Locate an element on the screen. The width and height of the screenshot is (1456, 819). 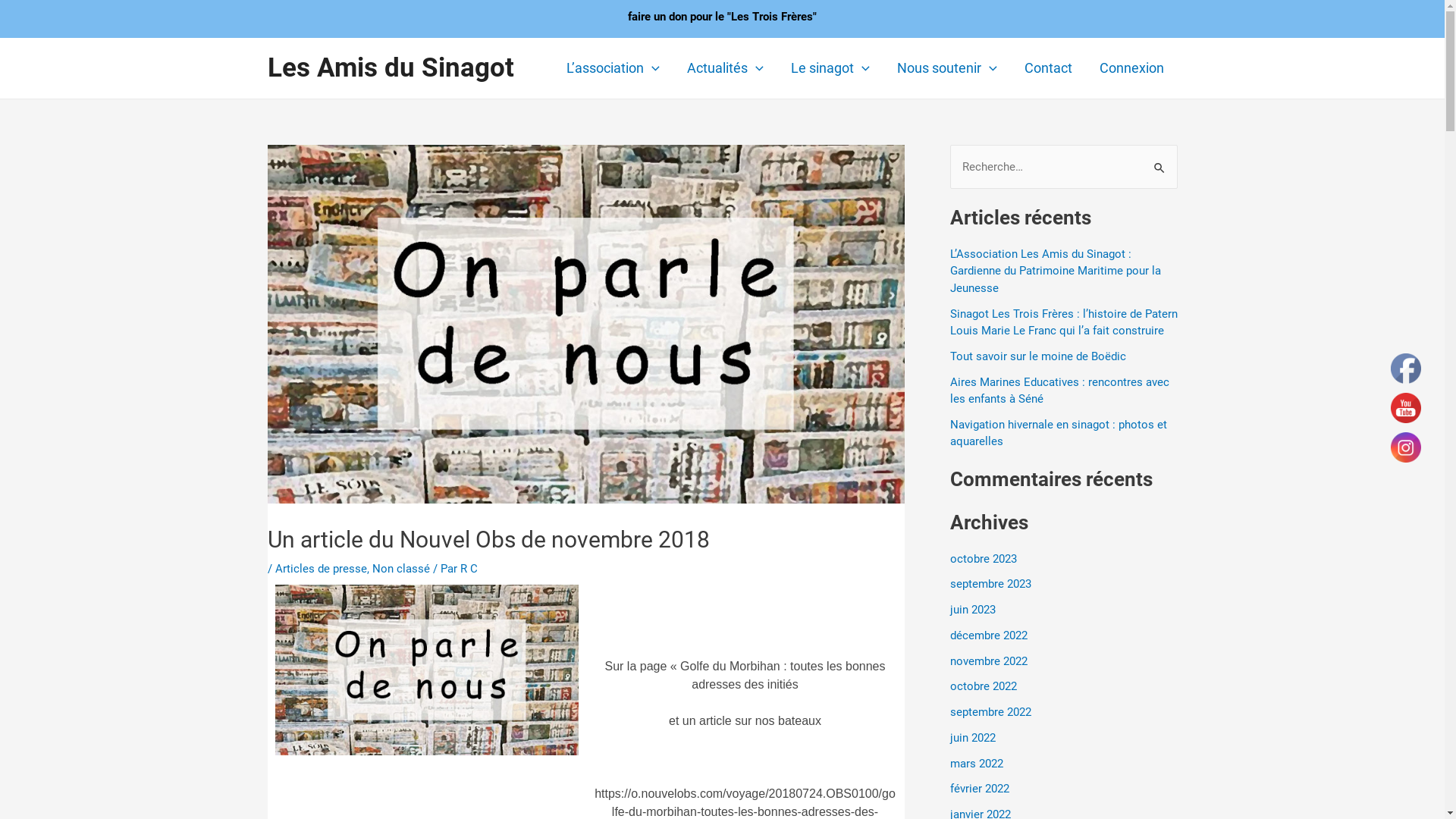
'juin 2022' is located at coordinates (971, 736).